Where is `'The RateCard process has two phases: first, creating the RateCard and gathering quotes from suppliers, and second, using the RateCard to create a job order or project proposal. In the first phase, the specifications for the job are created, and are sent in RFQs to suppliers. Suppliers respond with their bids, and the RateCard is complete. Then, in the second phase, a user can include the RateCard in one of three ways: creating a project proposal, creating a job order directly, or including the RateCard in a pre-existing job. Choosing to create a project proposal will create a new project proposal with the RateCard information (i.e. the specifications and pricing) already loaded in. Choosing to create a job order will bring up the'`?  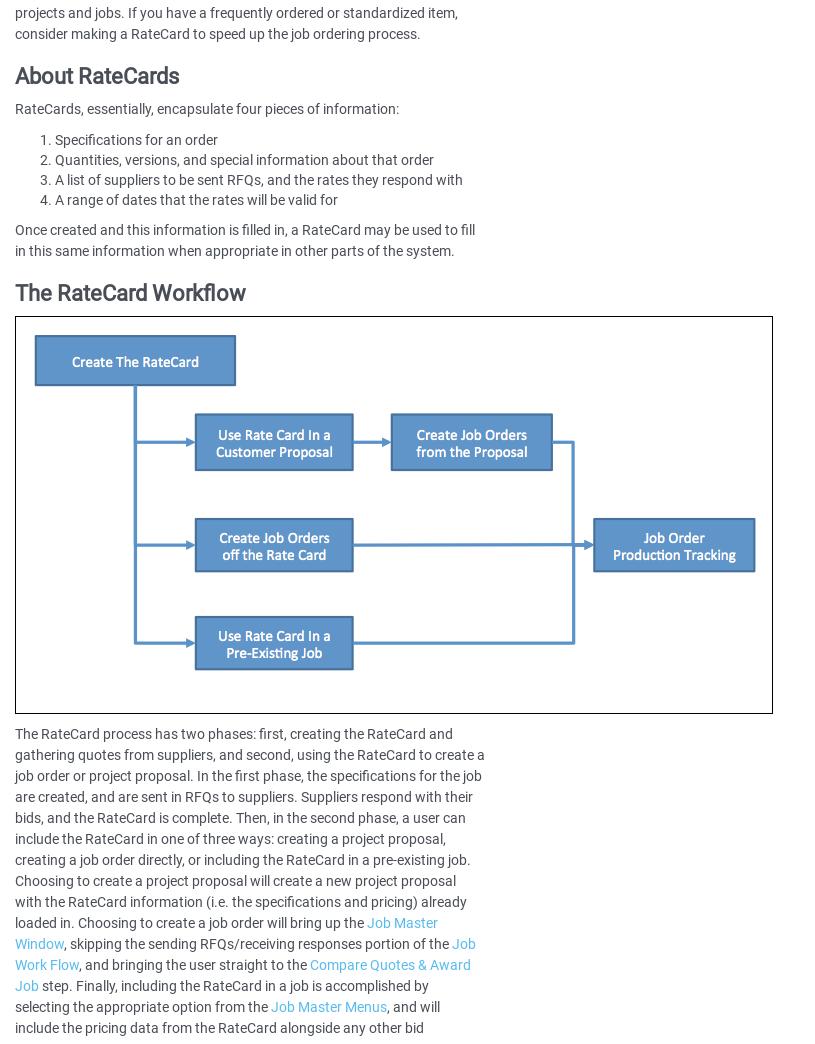 'The RateCard process has two phases: first, creating the RateCard and gathering quotes from suppliers, and second, using the RateCard to create a job order or project proposal. In the first phase, the specifications for the job are created, and are sent in RFQs to suppliers. Suppliers respond with their bids, and the RateCard is complete. Then, in the second phase, a user can include the RateCard in one of three ways: creating a project proposal, creating a job order directly, or including the RateCard in a pre-existing job. Choosing to create a project proposal will create a new project proposal with the RateCard information (i.e. the specifications and pricing) already loaded in. Choosing to create a job order will bring up the' is located at coordinates (13, 827).